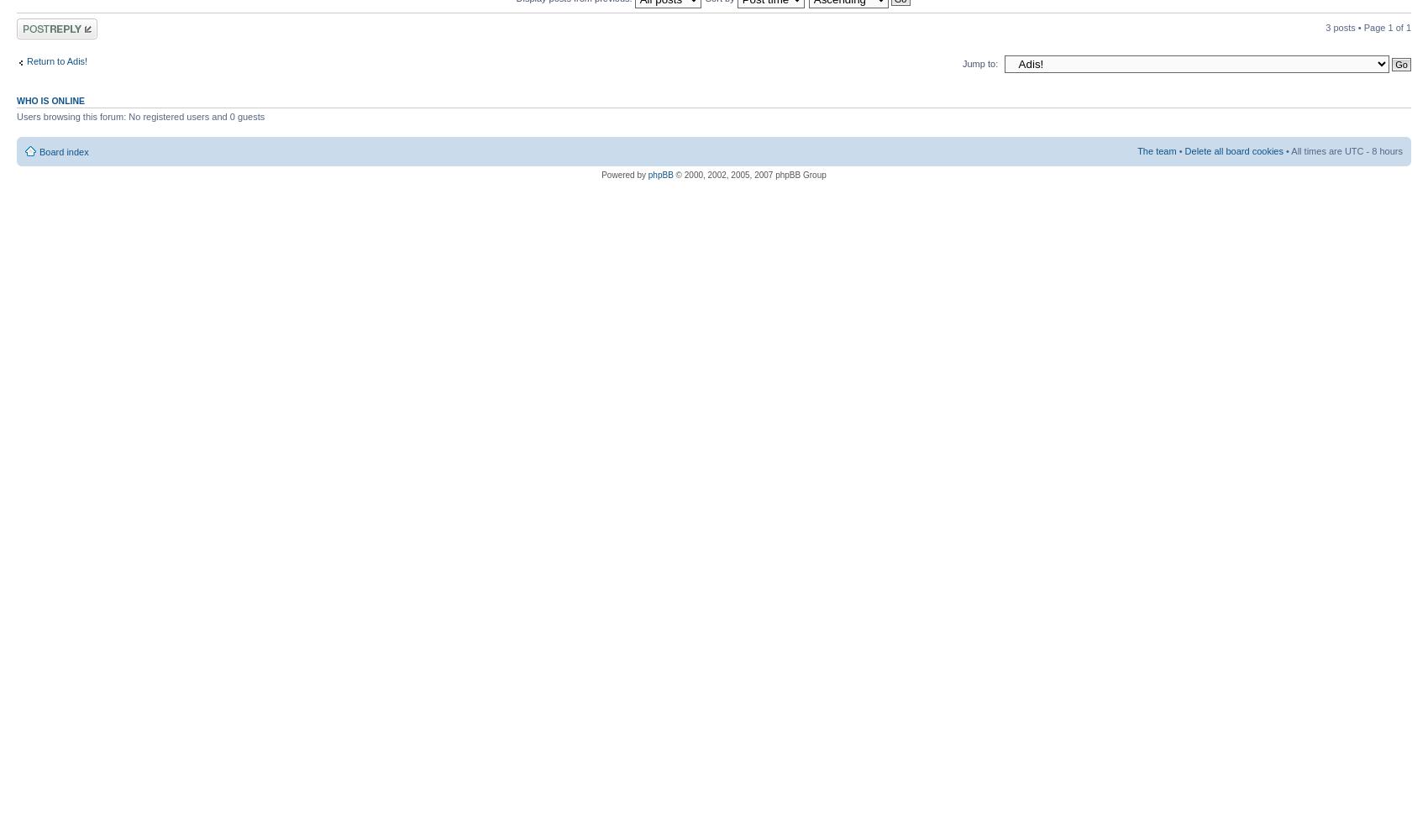 This screenshot has height=840, width=1428. Describe the element at coordinates (1341, 150) in the screenshot. I see `'• All times are UTC - 8 hours'` at that location.